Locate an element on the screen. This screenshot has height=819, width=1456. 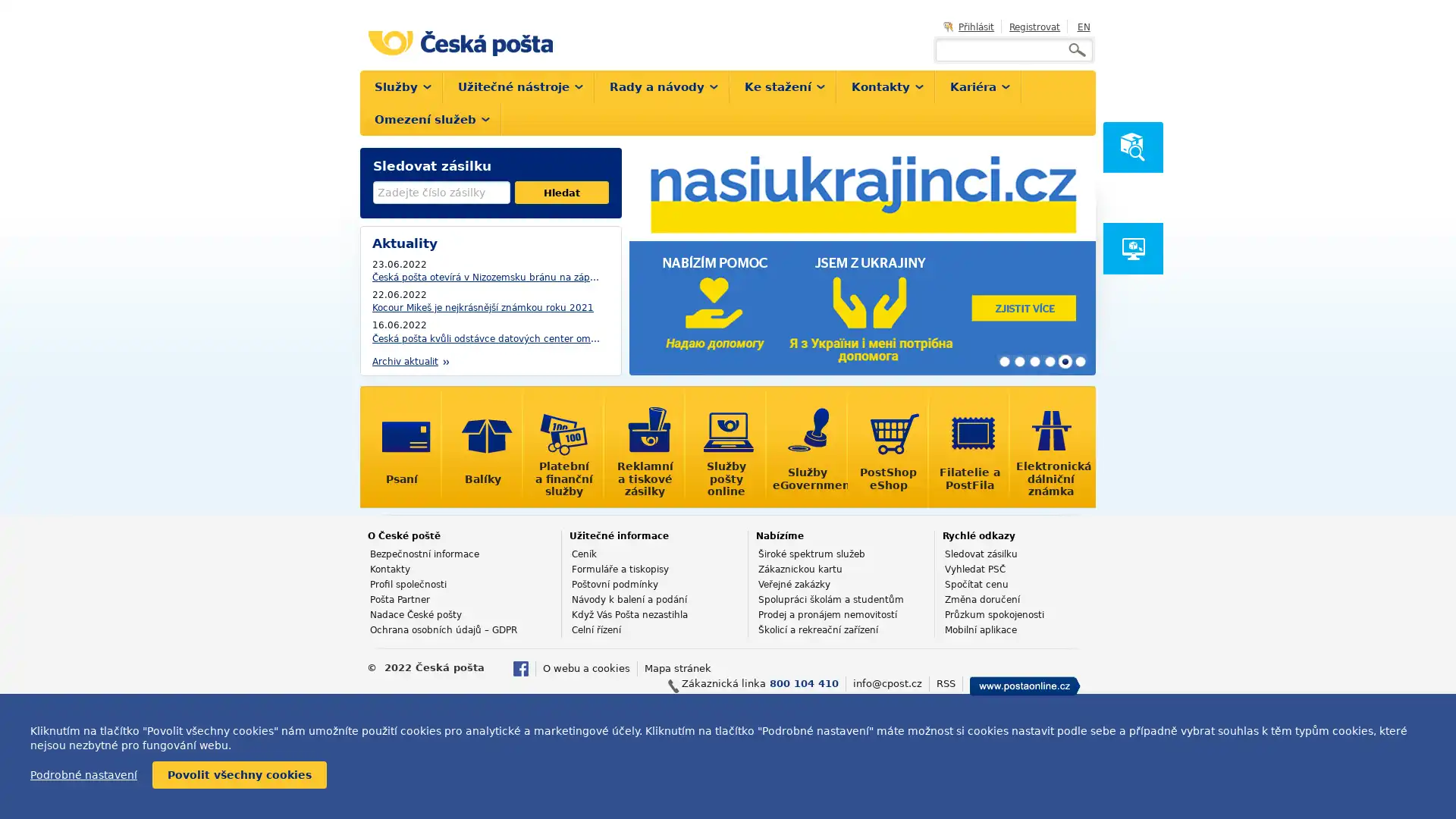
Hledat is located at coordinates (560, 192).